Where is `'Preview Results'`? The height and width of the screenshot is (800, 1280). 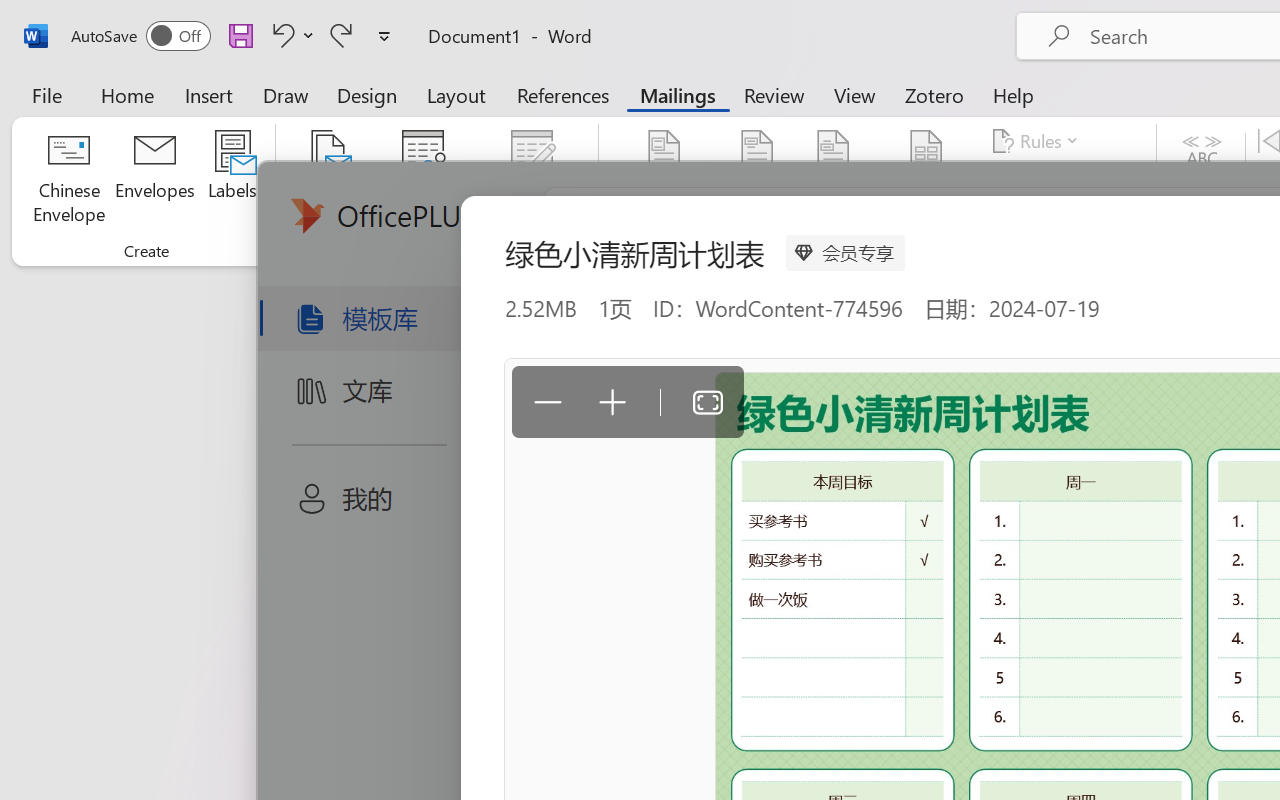 'Preview Results' is located at coordinates (1201, 179).